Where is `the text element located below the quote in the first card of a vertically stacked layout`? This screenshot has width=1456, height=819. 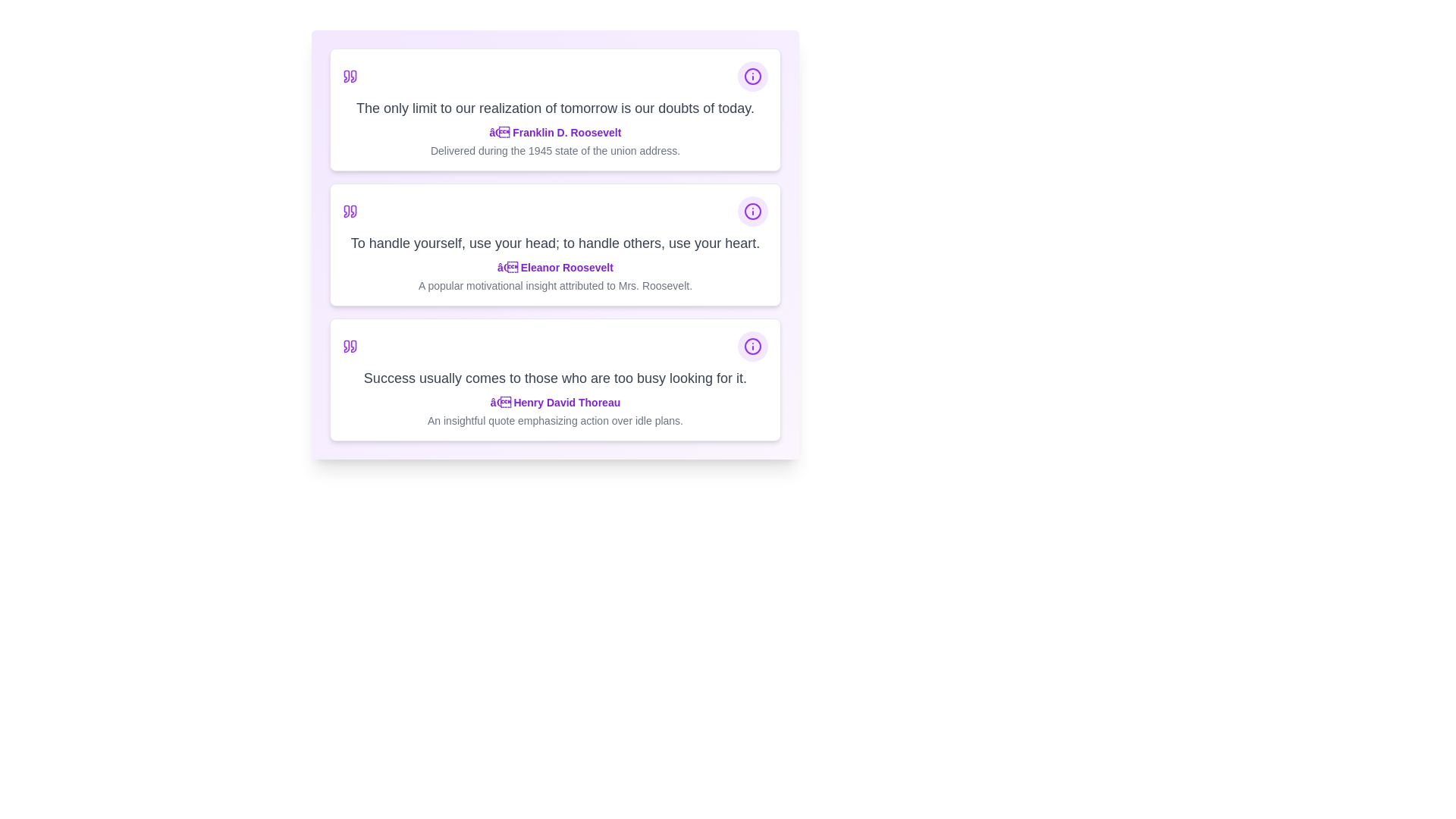 the text element located below the quote in the first card of a vertically stacked layout is located at coordinates (554, 141).